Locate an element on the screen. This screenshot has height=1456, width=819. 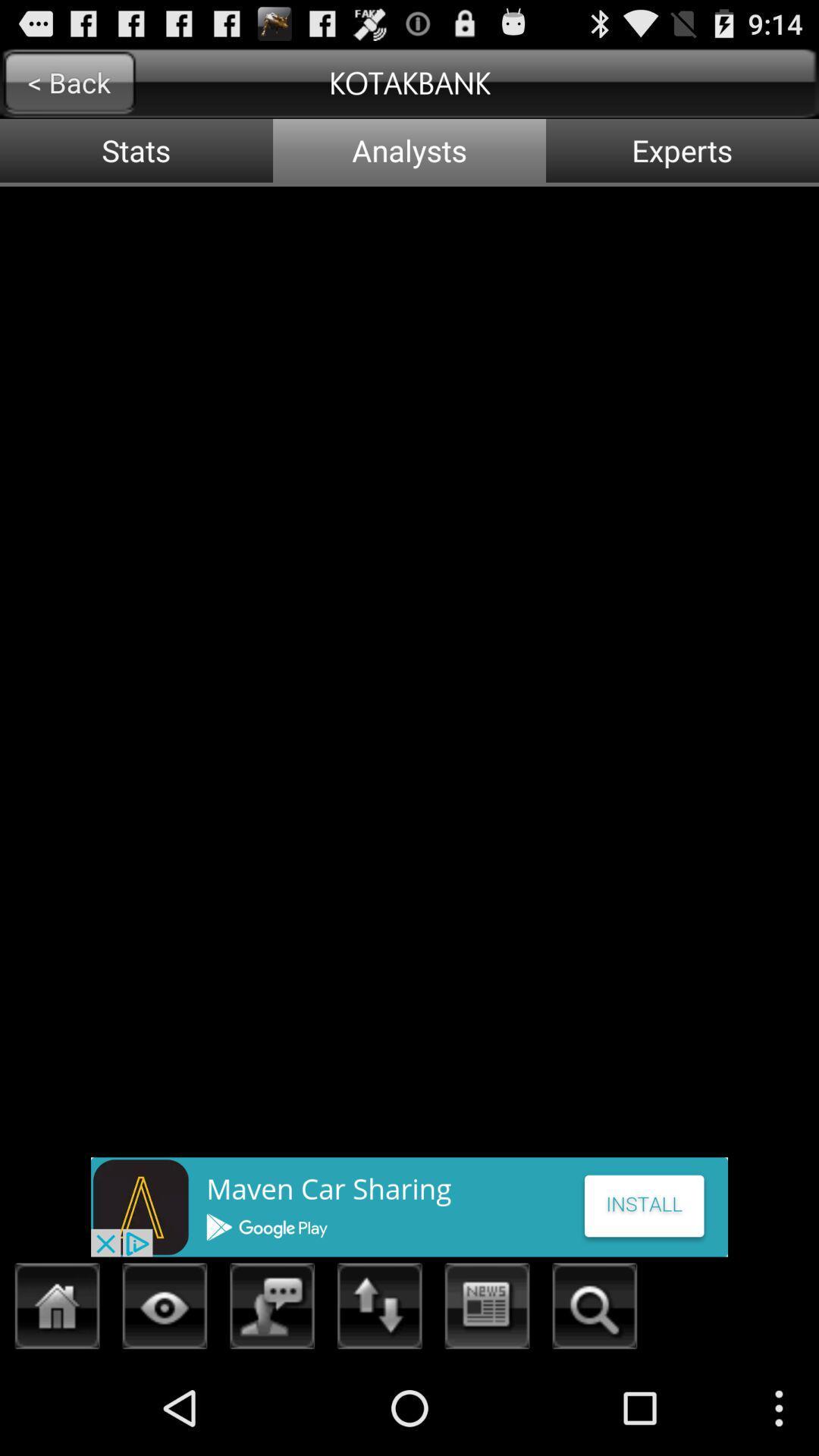
the search icon is located at coordinates (594, 1401).